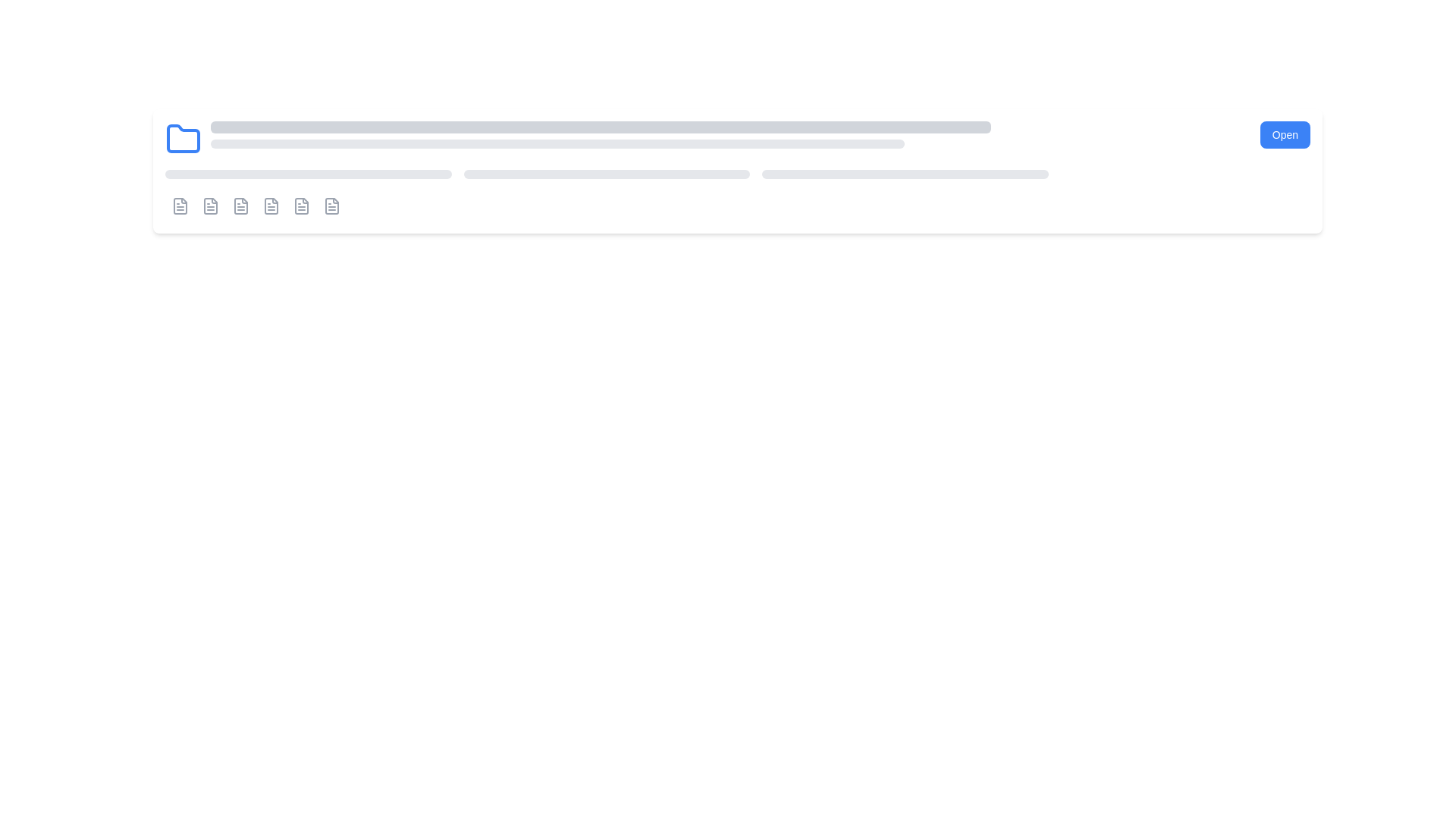 This screenshot has height=819, width=1456. What do you see at coordinates (240, 206) in the screenshot?
I see `the third document icon in a row of similar document icons, located below a prominent horizontal line near the center of the interface` at bounding box center [240, 206].